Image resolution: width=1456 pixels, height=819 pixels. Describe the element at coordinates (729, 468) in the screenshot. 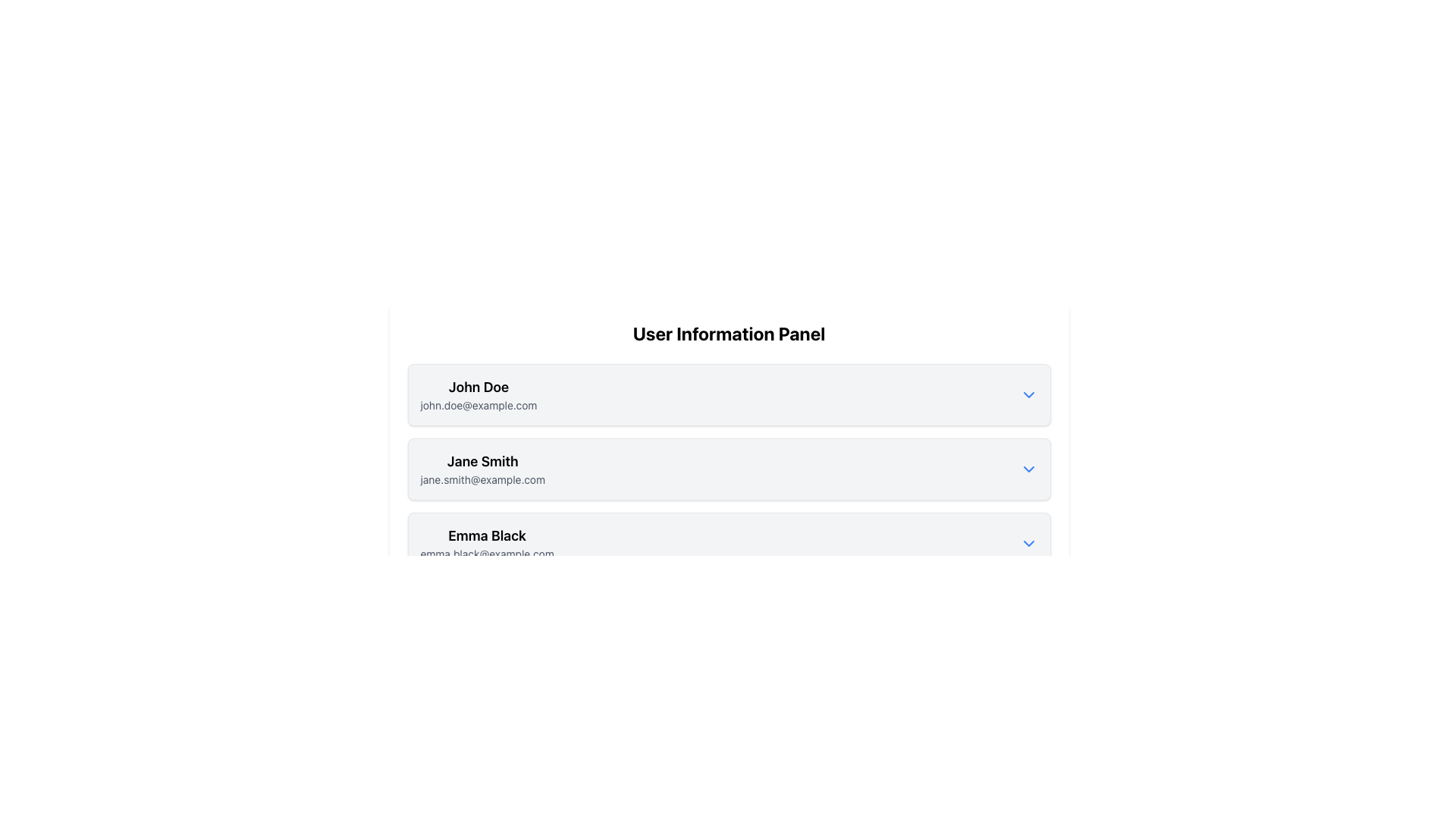

I see `the second list item in the User Information Panel` at that location.